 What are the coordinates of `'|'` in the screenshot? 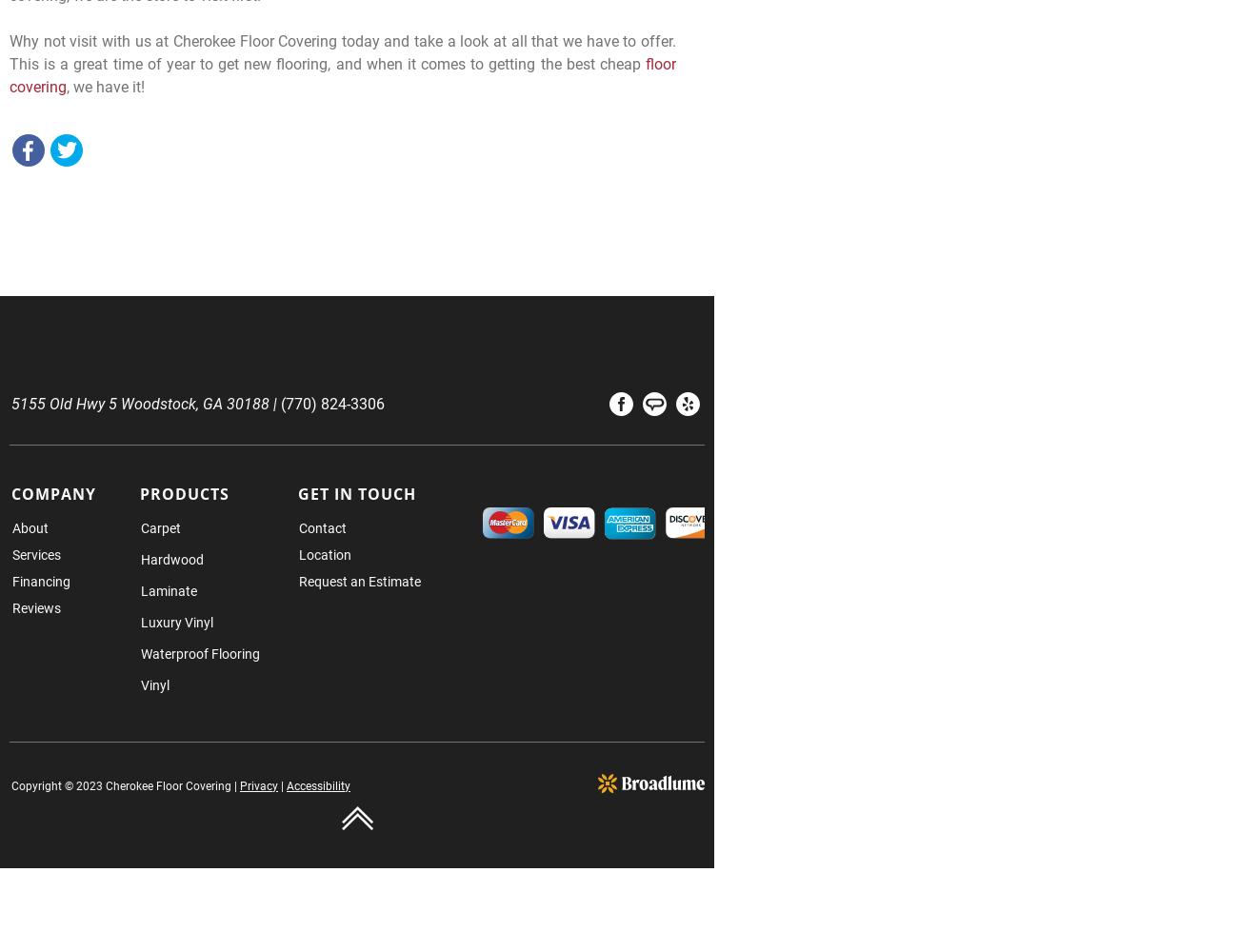 It's located at (277, 784).